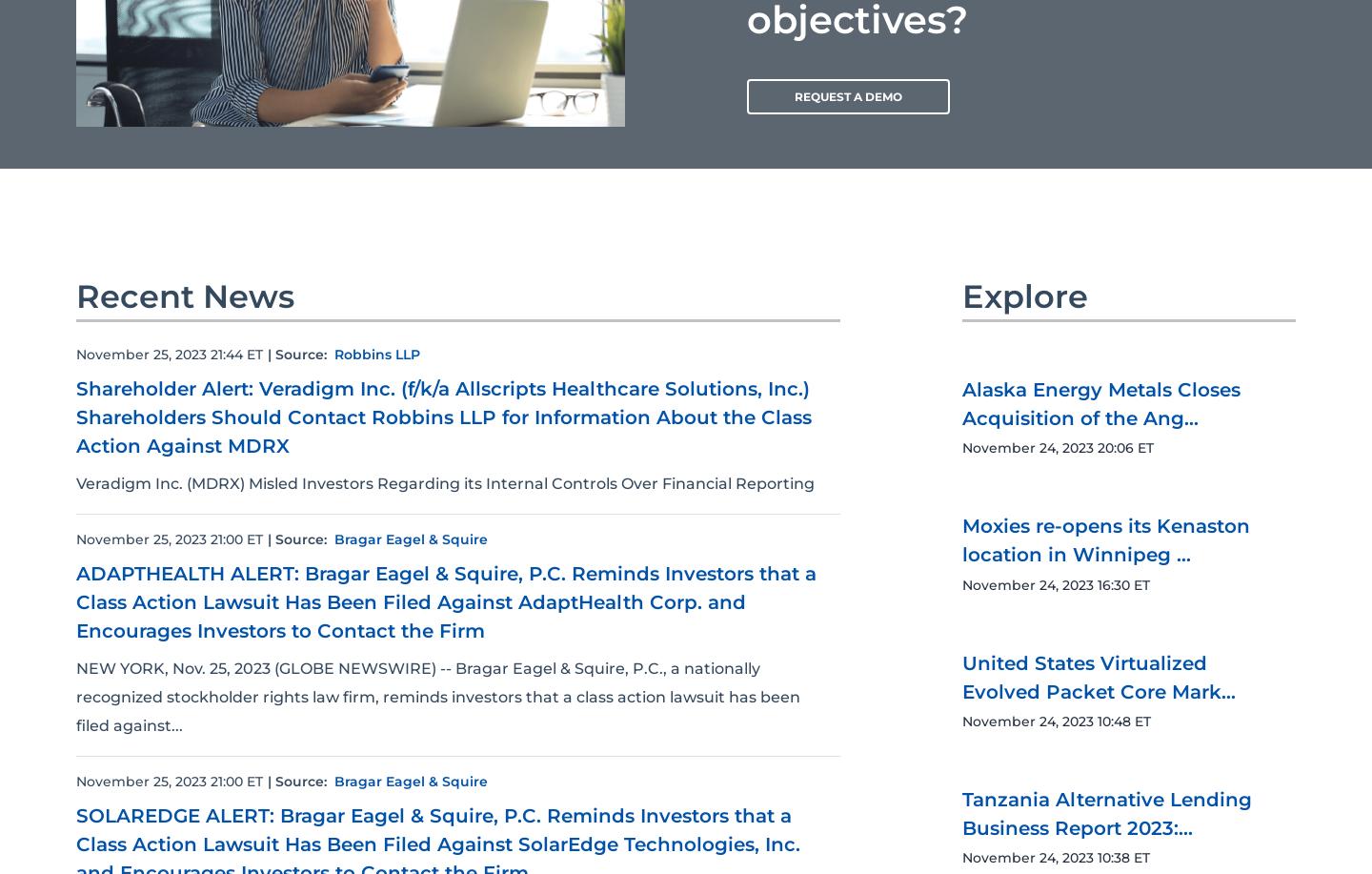 The width and height of the screenshot is (1372, 874). Describe the element at coordinates (443, 417) in the screenshot. I see `'Shareholder Alert: Veradigm Inc. (f/k/a Allscripts Healthcare Solutions, Inc.) Shareholders Should Contact Robbins LLP for Information About the Class Action Against MDRX'` at that location.